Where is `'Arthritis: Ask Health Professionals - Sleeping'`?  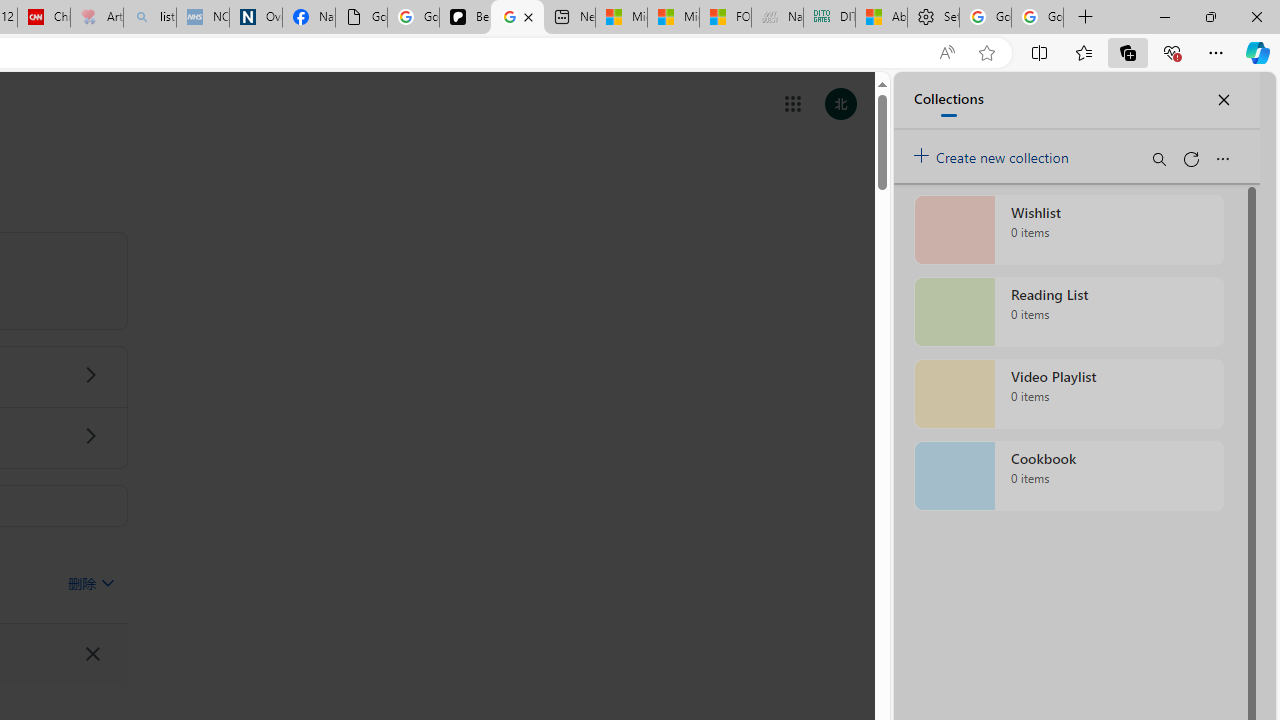 'Arthritis: Ask Health Professionals - Sleeping' is located at coordinates (95, 17).